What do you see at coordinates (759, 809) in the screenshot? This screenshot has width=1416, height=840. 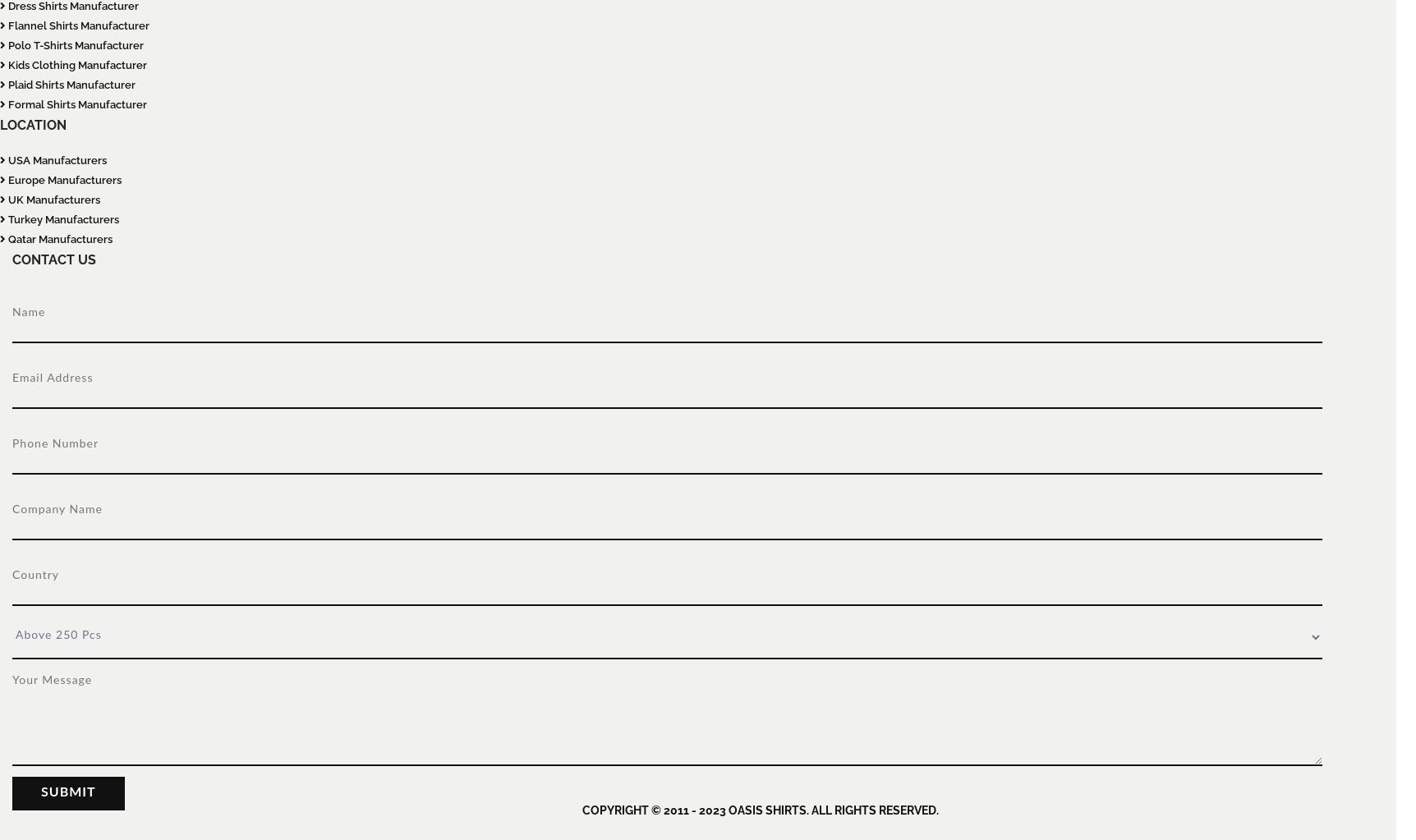 I see `'COPYRIGHT © 2011 - 2023 OASIS SHIRTS. ALL RIGHTS RESERVED.'` at bounding box center [759, 809].